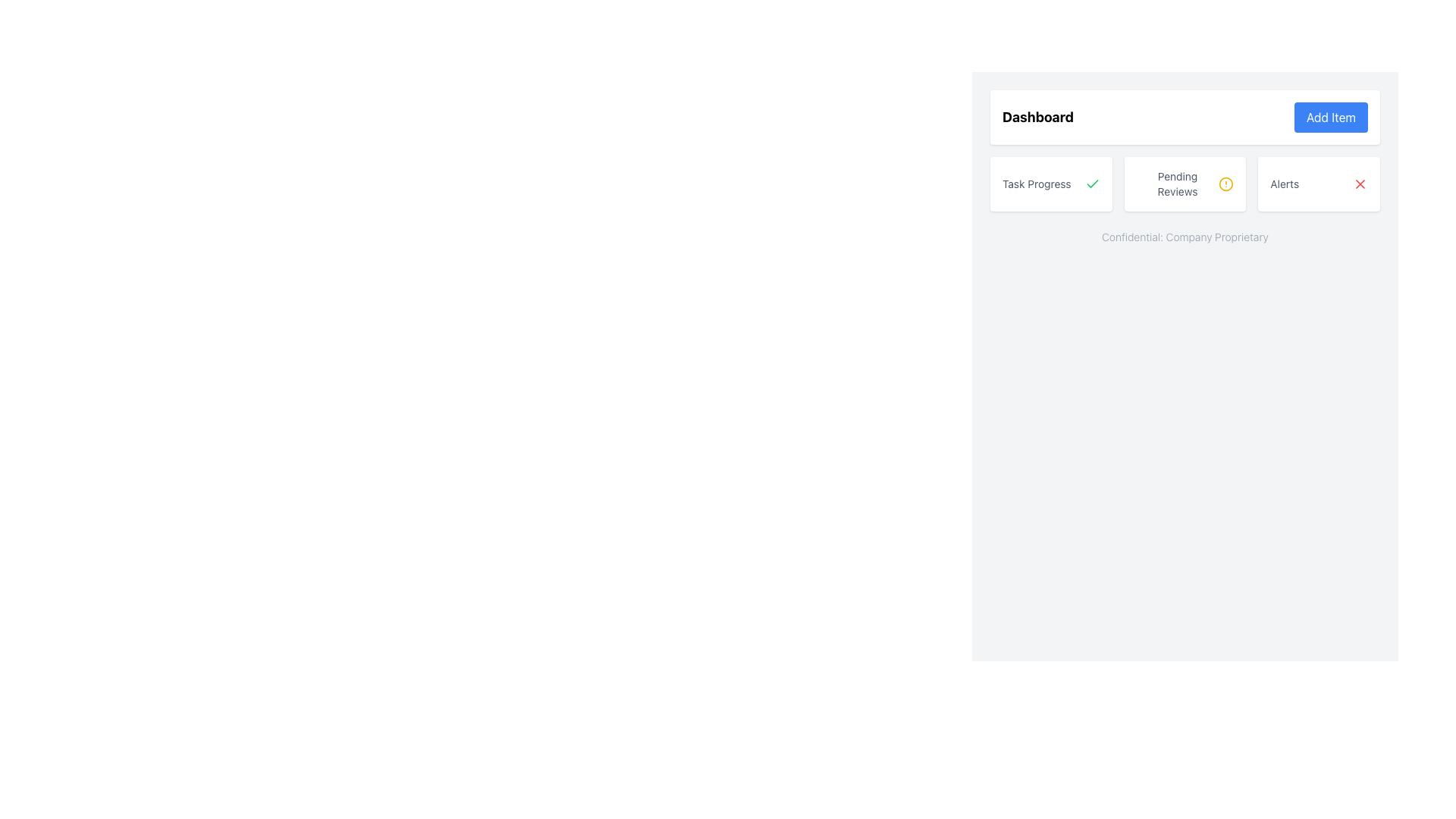  Describe the element at coordinates (1050, 184) in the screenshot. I see `the 'Task Progress' card, which serves as a summary or status indicator for task progress and is positioned as the first card in a horizontal row of three cards` at that location.